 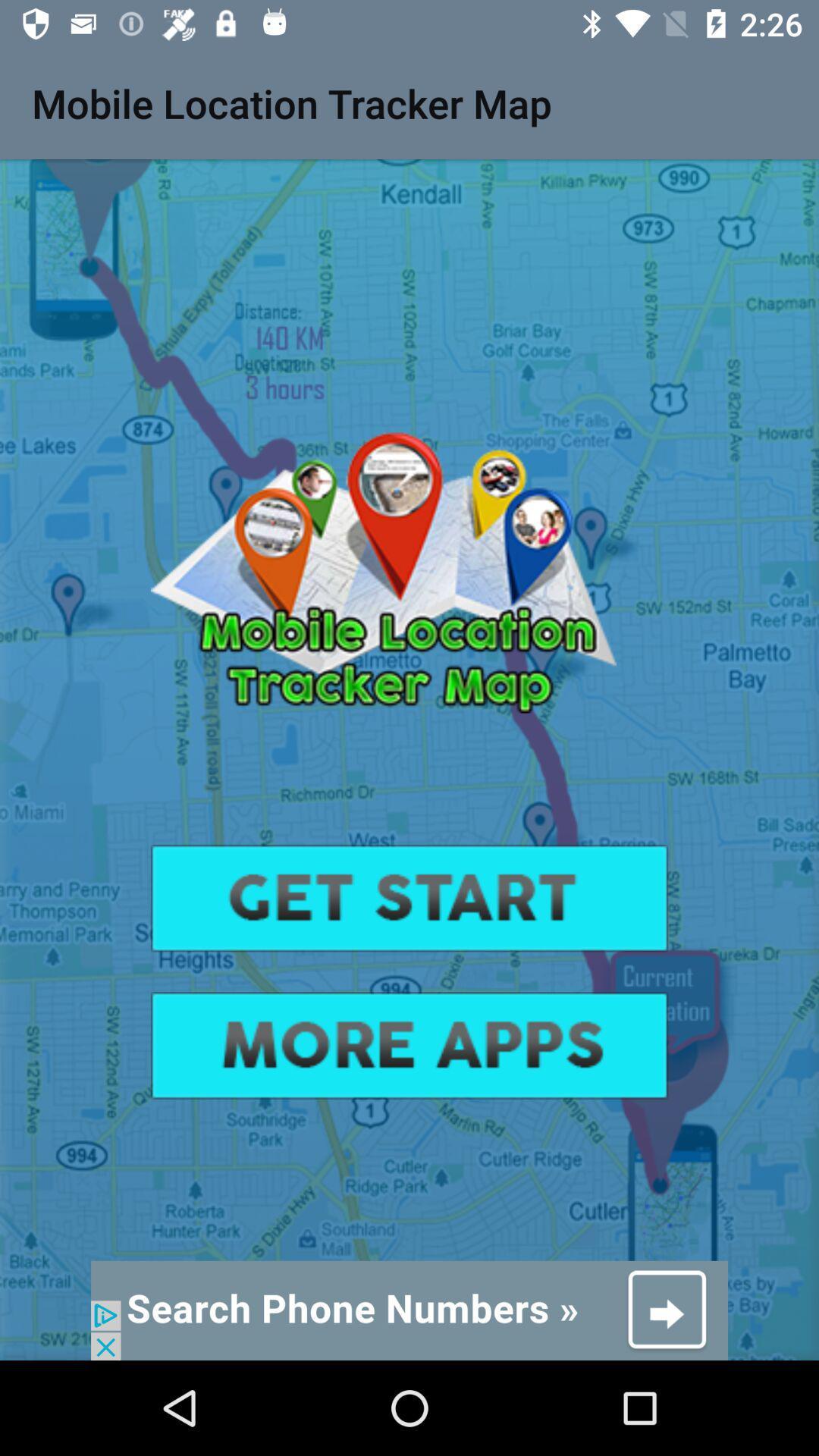 What do you see at coordinates (409, 1044) in the screenshot?
I see `find out more apps` at bounding box center [409, 1044].